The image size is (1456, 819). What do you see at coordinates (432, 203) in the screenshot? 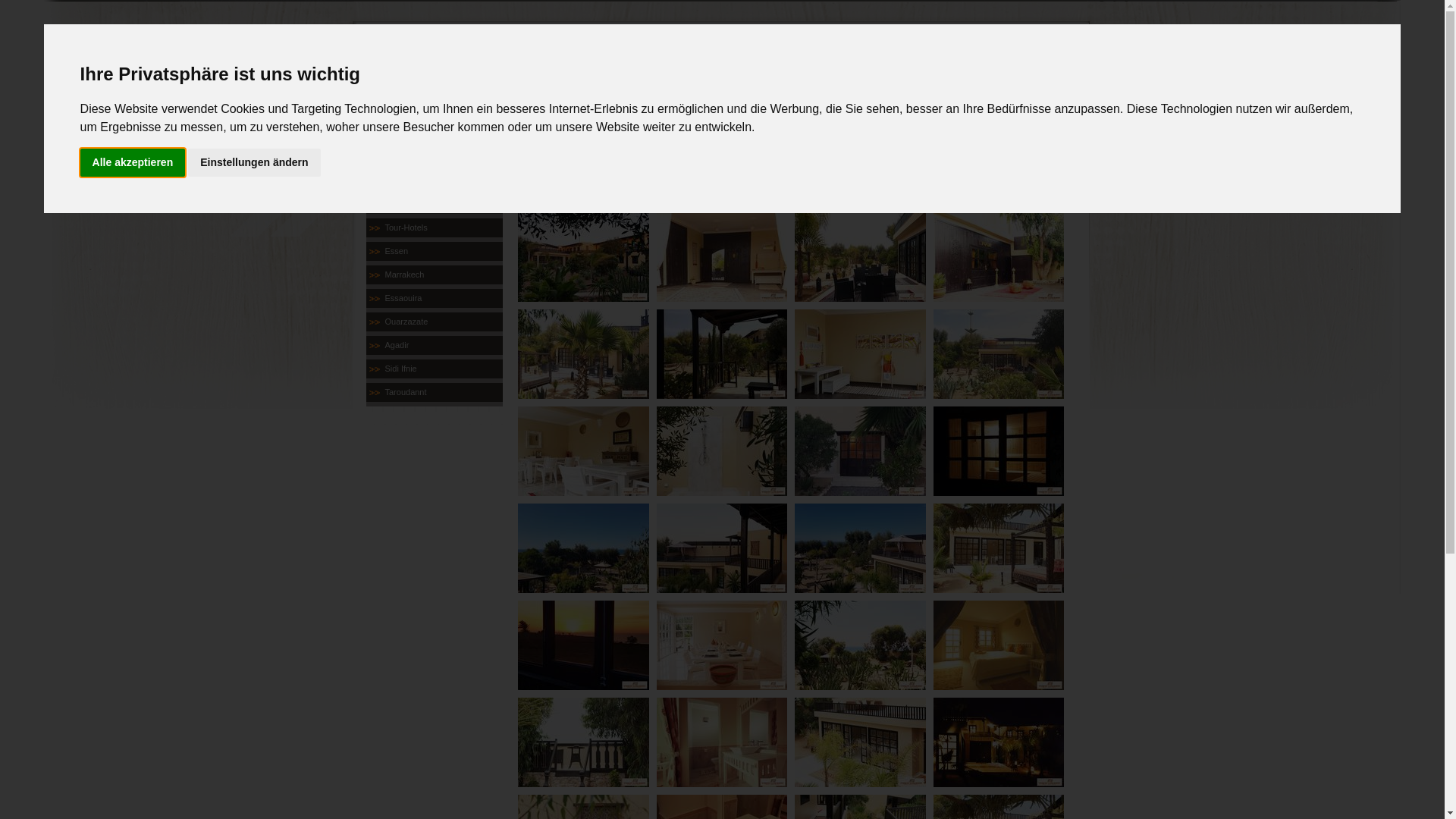
I see `'TIGERLOUNGE CLUB'` at bounding box center [432, 203].